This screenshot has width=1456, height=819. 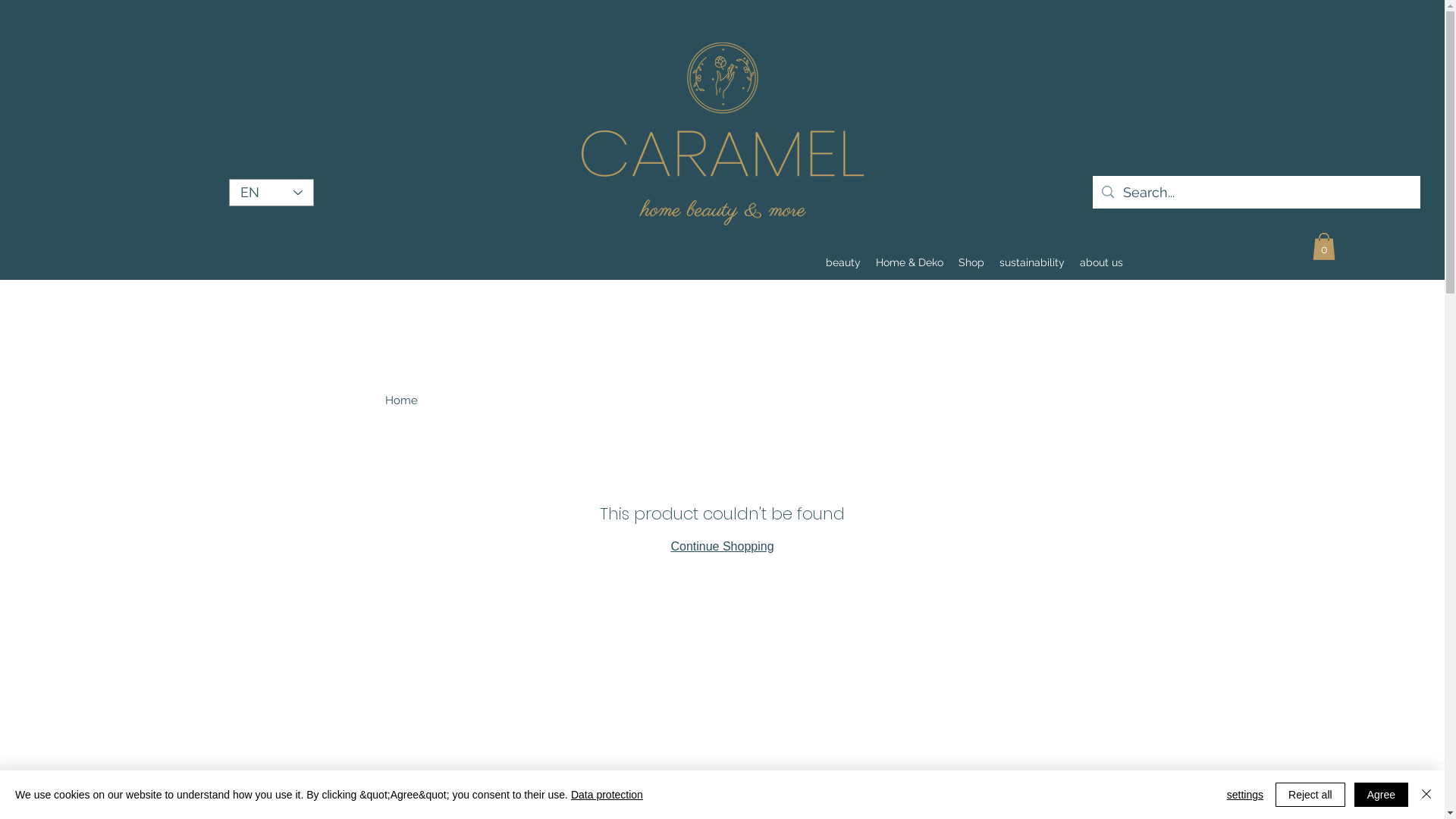 What do you see at coordinates (1381, 794) in the screenshot?
I see `'Agree'` at bounding box center [1381, 794].